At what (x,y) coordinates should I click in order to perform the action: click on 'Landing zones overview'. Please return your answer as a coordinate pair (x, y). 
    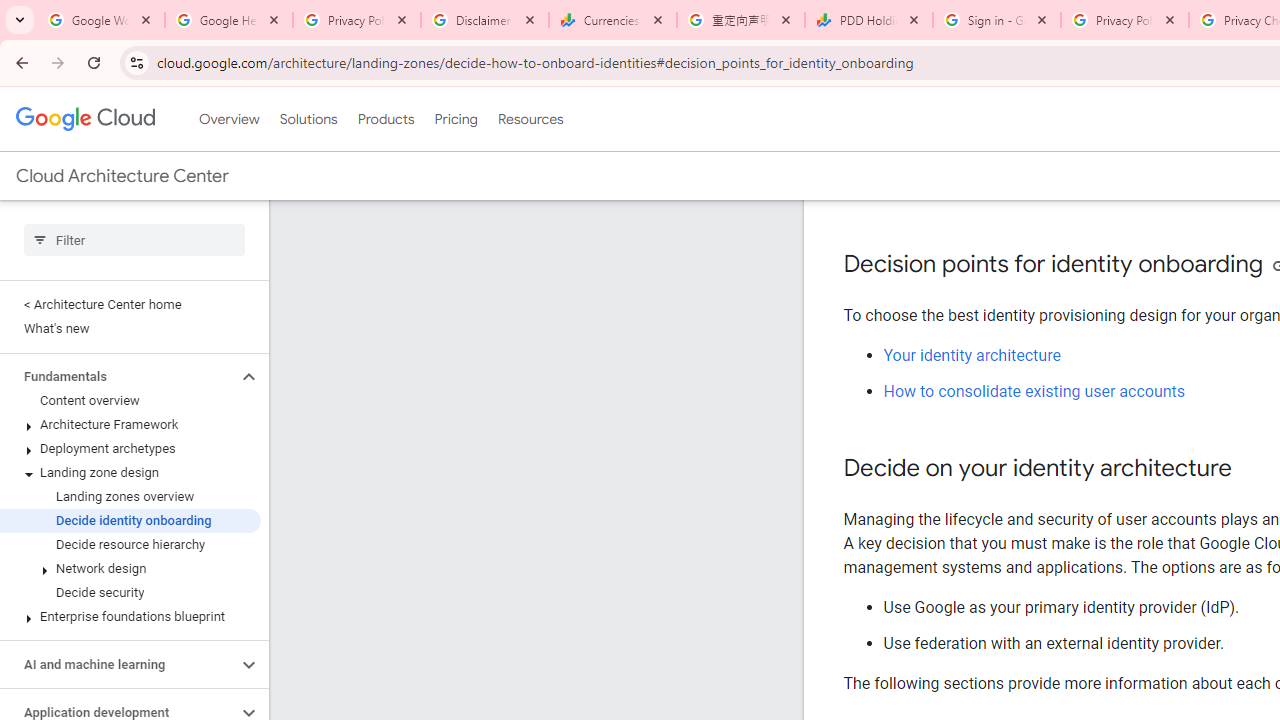
    Looking at the image, I should click on (129, 496).